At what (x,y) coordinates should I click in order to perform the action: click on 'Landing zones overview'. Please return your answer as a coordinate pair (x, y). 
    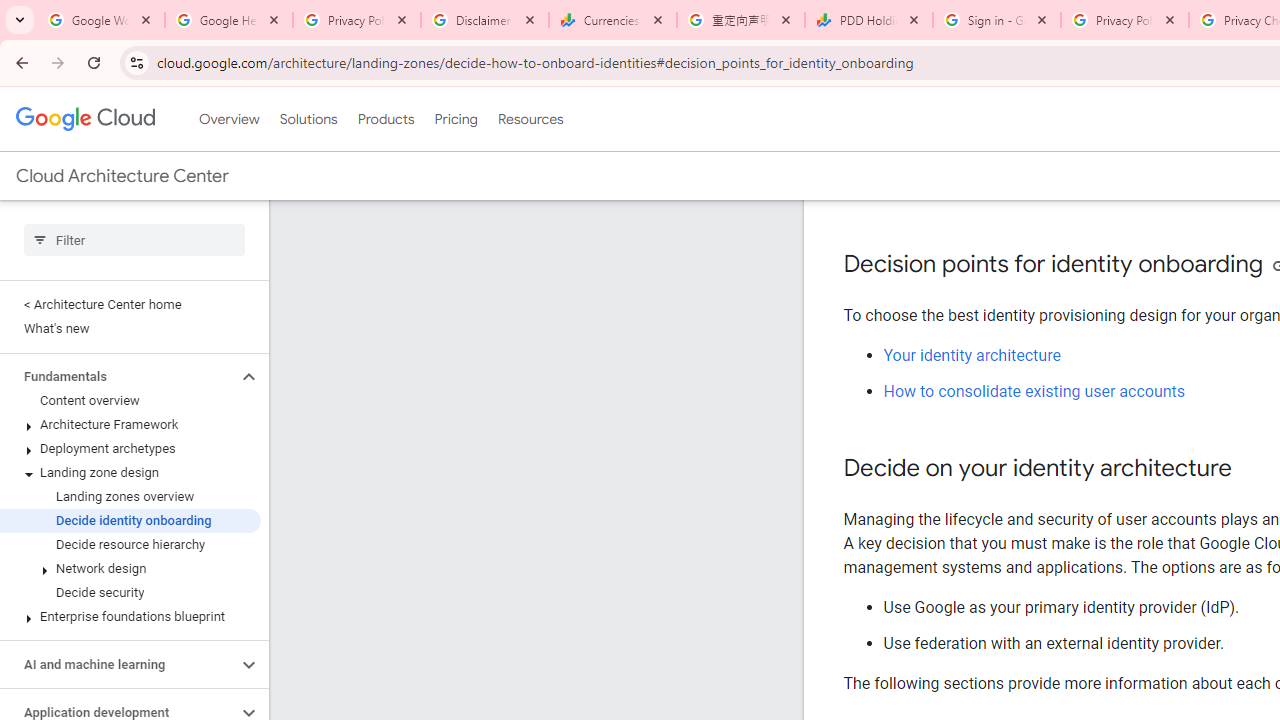
    Looking at the image, I should click on (129, 496).